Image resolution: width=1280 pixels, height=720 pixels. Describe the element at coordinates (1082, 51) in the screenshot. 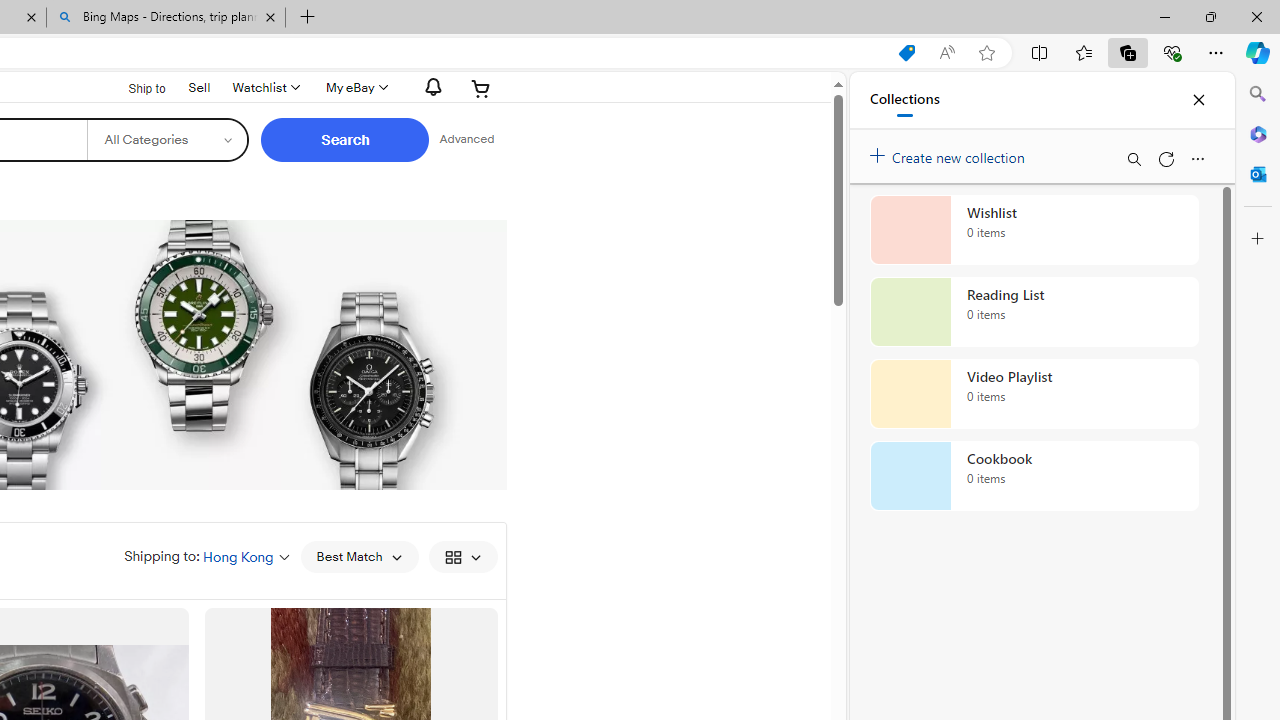

I see `'Favorites'` at that location.